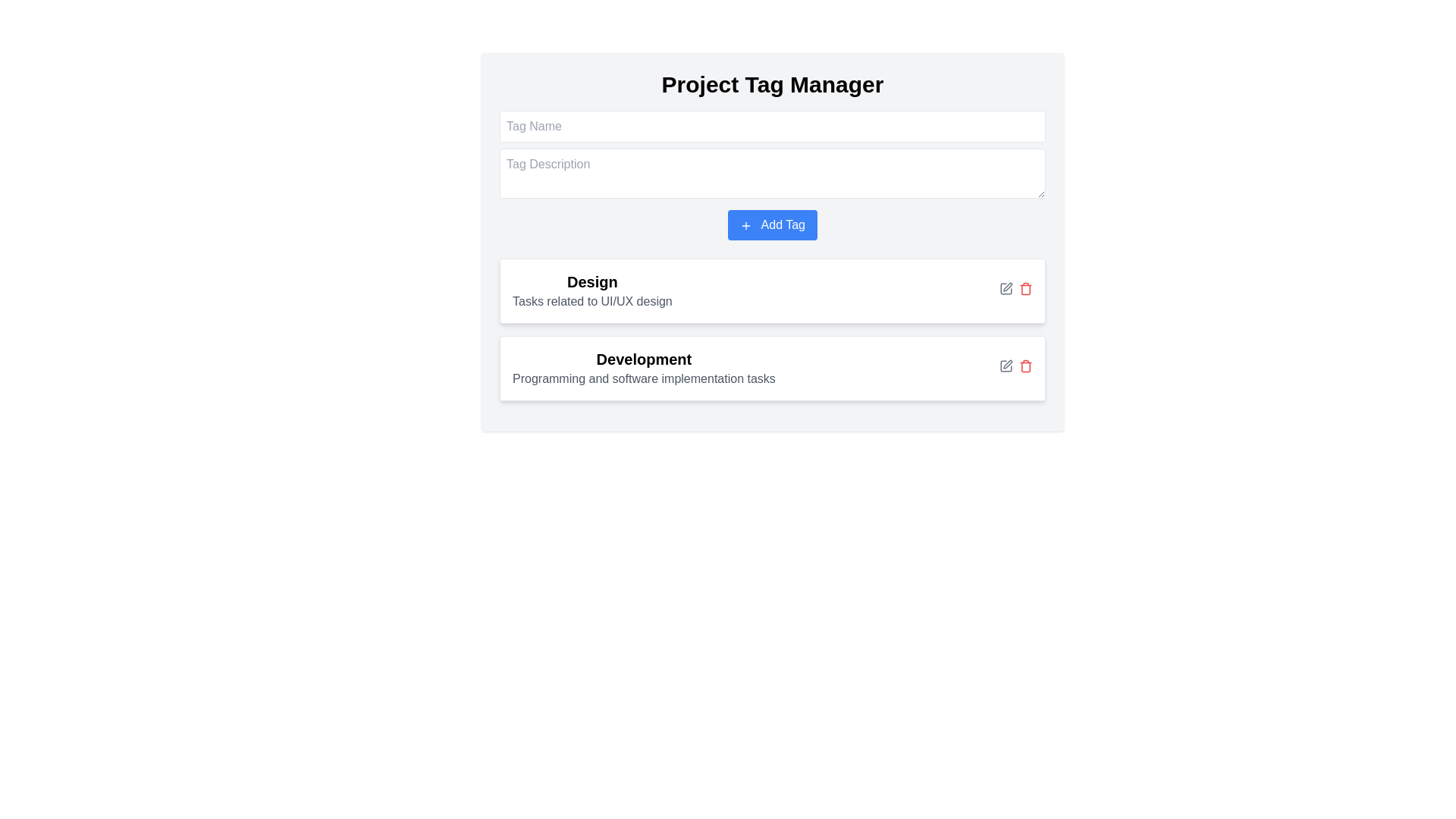 Image resolution: width=1456 pixels, height=819 pixels. What do you see at coordinates (1026, 366) in the screenshot?
I see `the delete icon button located at the far right of the second list item` at bounding box center [1026, 366].